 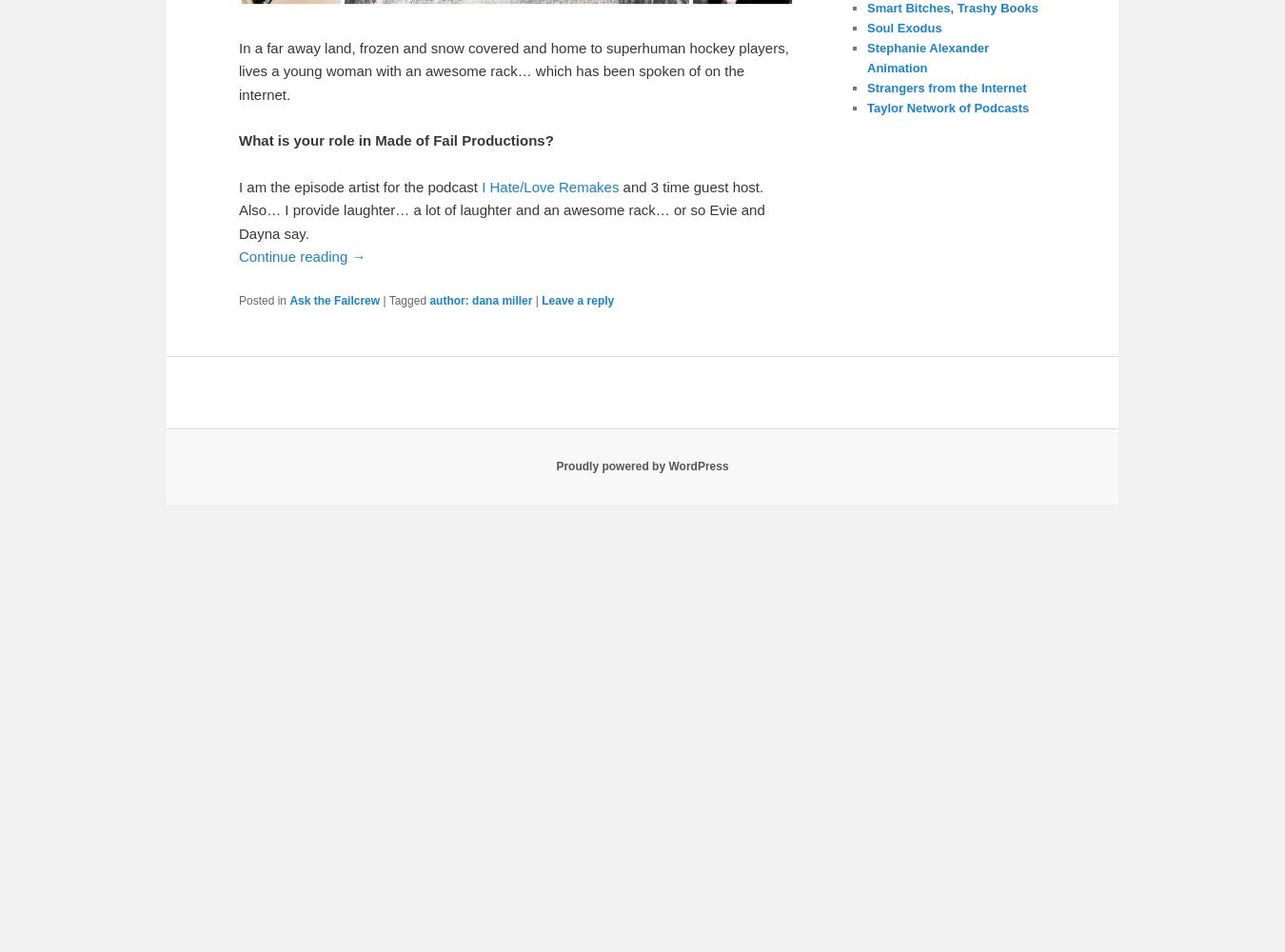 What do you see at coordinates (947, 107) in the screenshot?
I see `'Taylor Network of Podcasts'` at bounding box center [947, 107].